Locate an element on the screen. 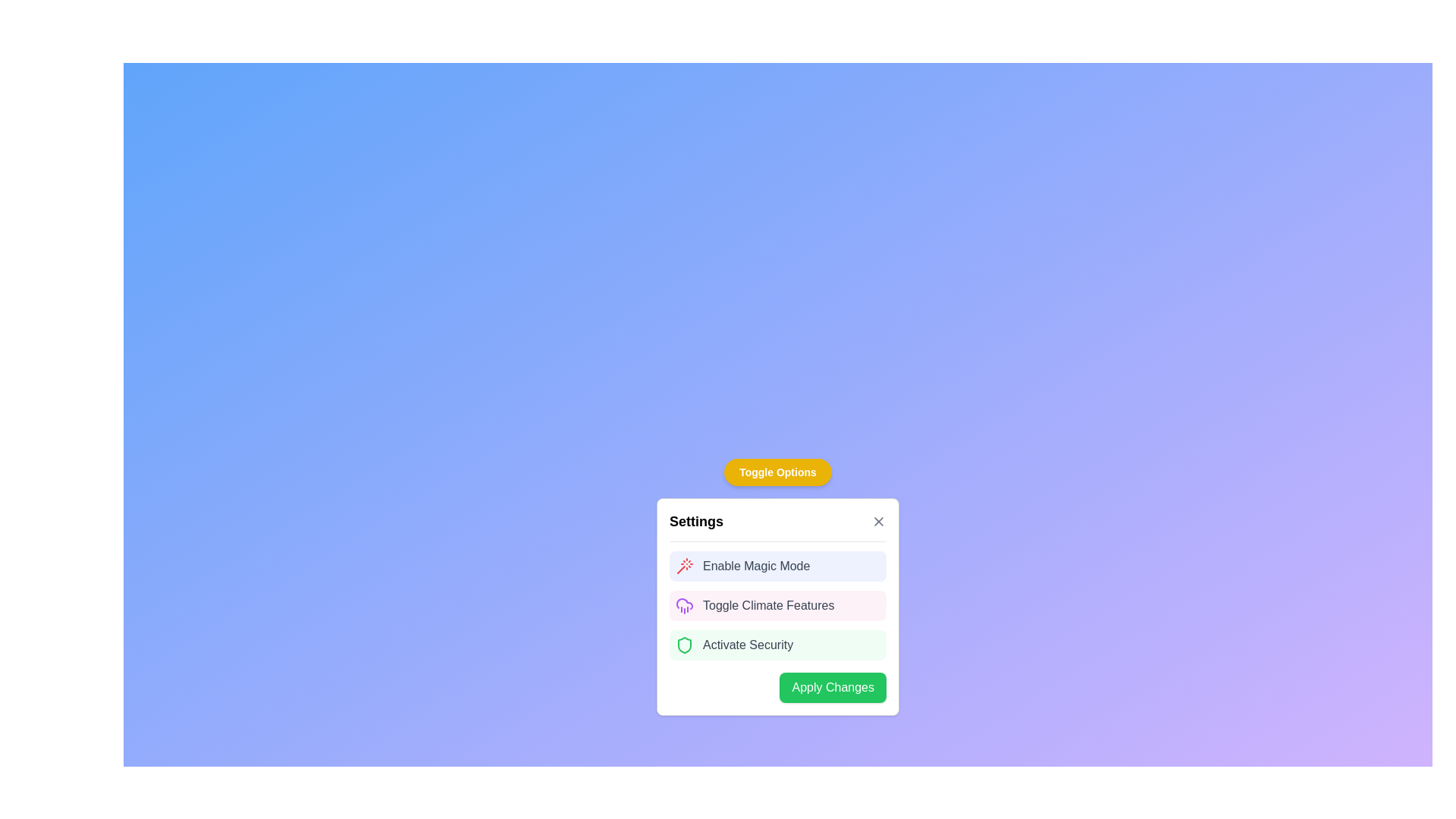  the toggle option within the group of interactive options in the 'Settings' modal to change its state is located at coordinates (778, 601).